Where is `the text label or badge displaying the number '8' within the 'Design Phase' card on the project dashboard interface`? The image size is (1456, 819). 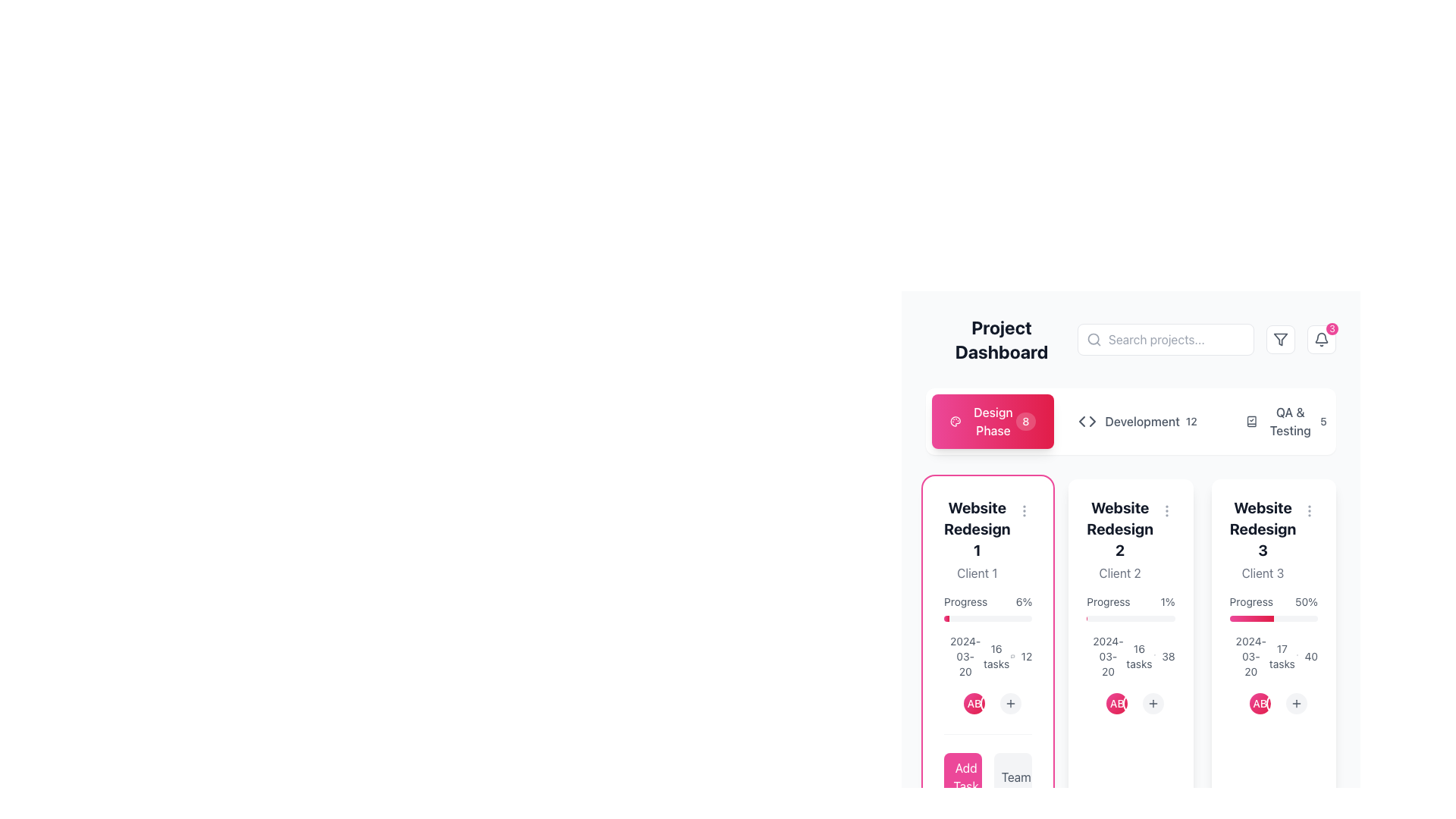 the text label or badge displaying the number '8' within the 'Design Phase' card on the project dashboard interface is located at coordinates (1026, 421).